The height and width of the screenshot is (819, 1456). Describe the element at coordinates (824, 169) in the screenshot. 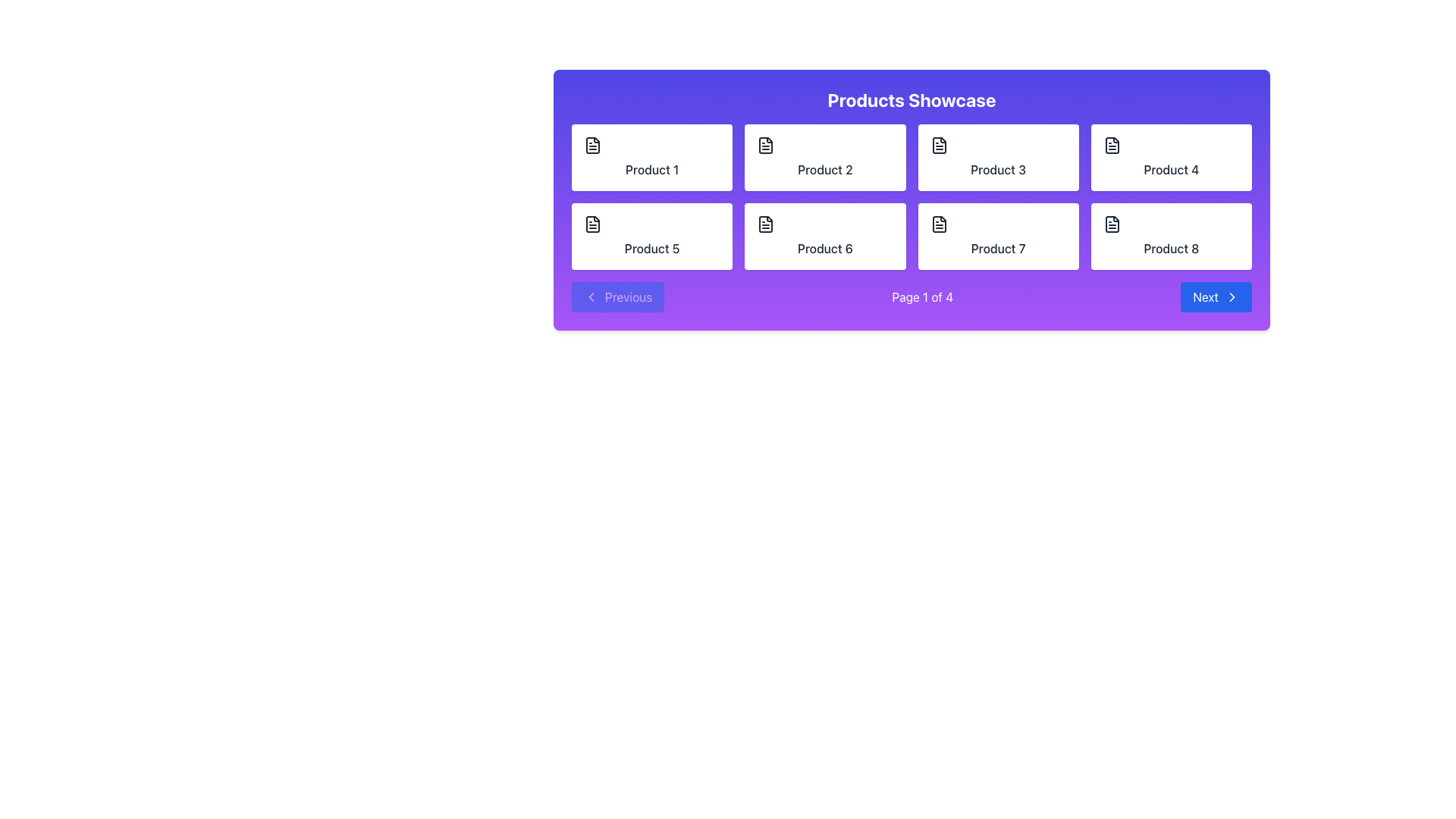

I see `the text label displaying 'Product 2'` at that location.